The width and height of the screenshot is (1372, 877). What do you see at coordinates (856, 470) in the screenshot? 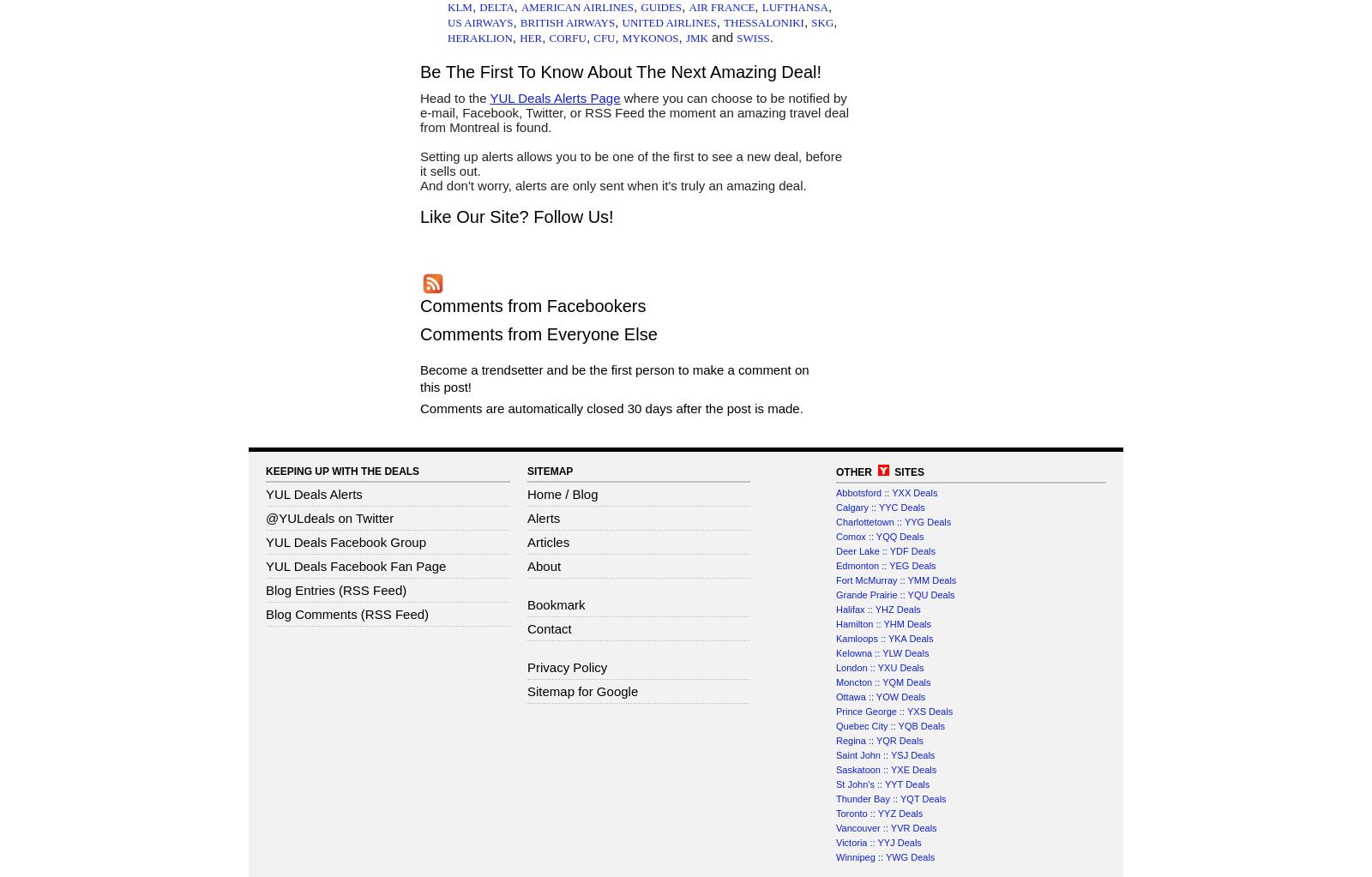
I see `'Other'` at bounding box center [856, 470].